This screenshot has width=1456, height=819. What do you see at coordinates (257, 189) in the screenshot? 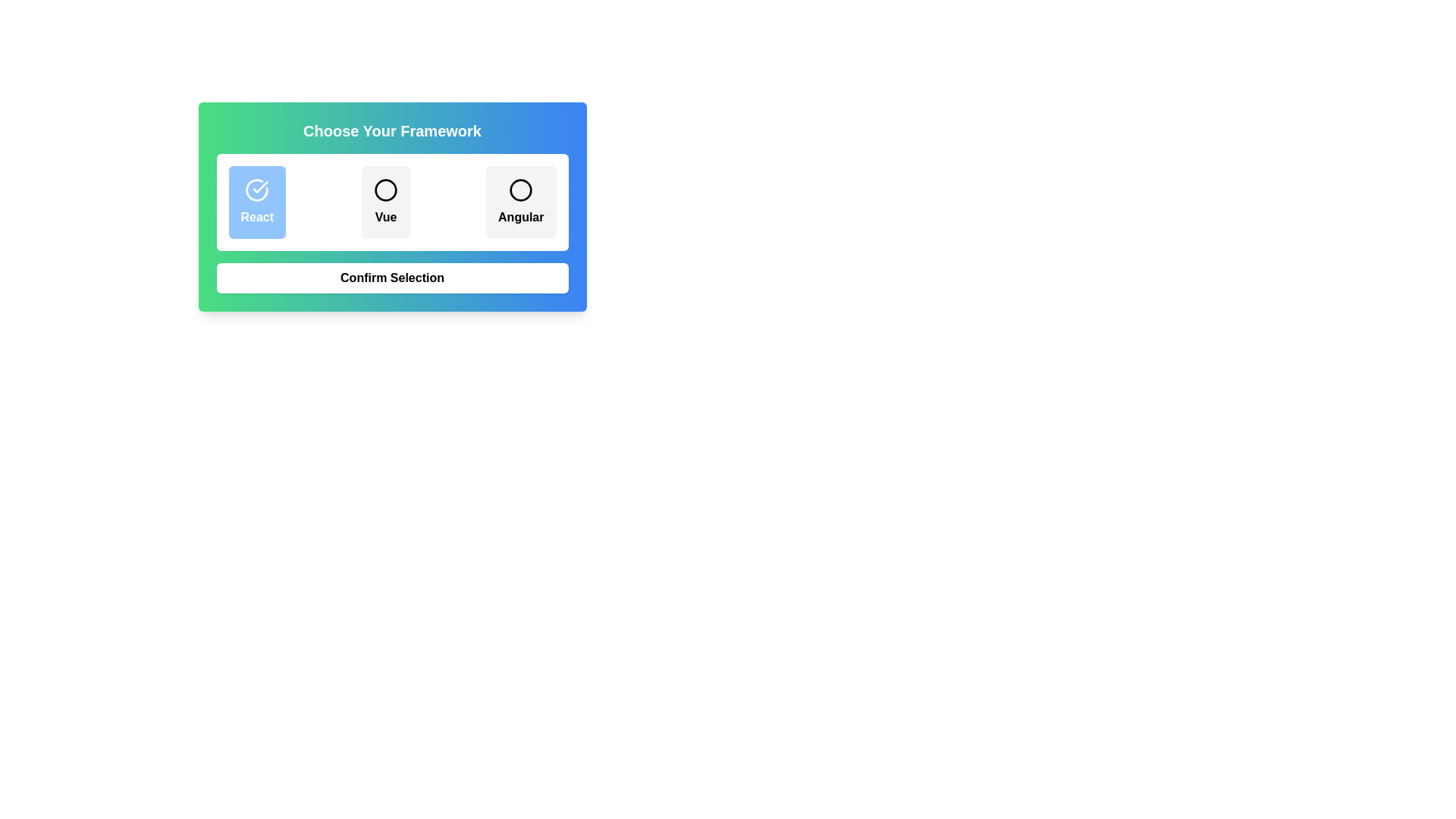
I see `the graphical representation of the top-left segment of the check mark icon within the blue background square of the 'React' button` at bounding box center [257, 189].